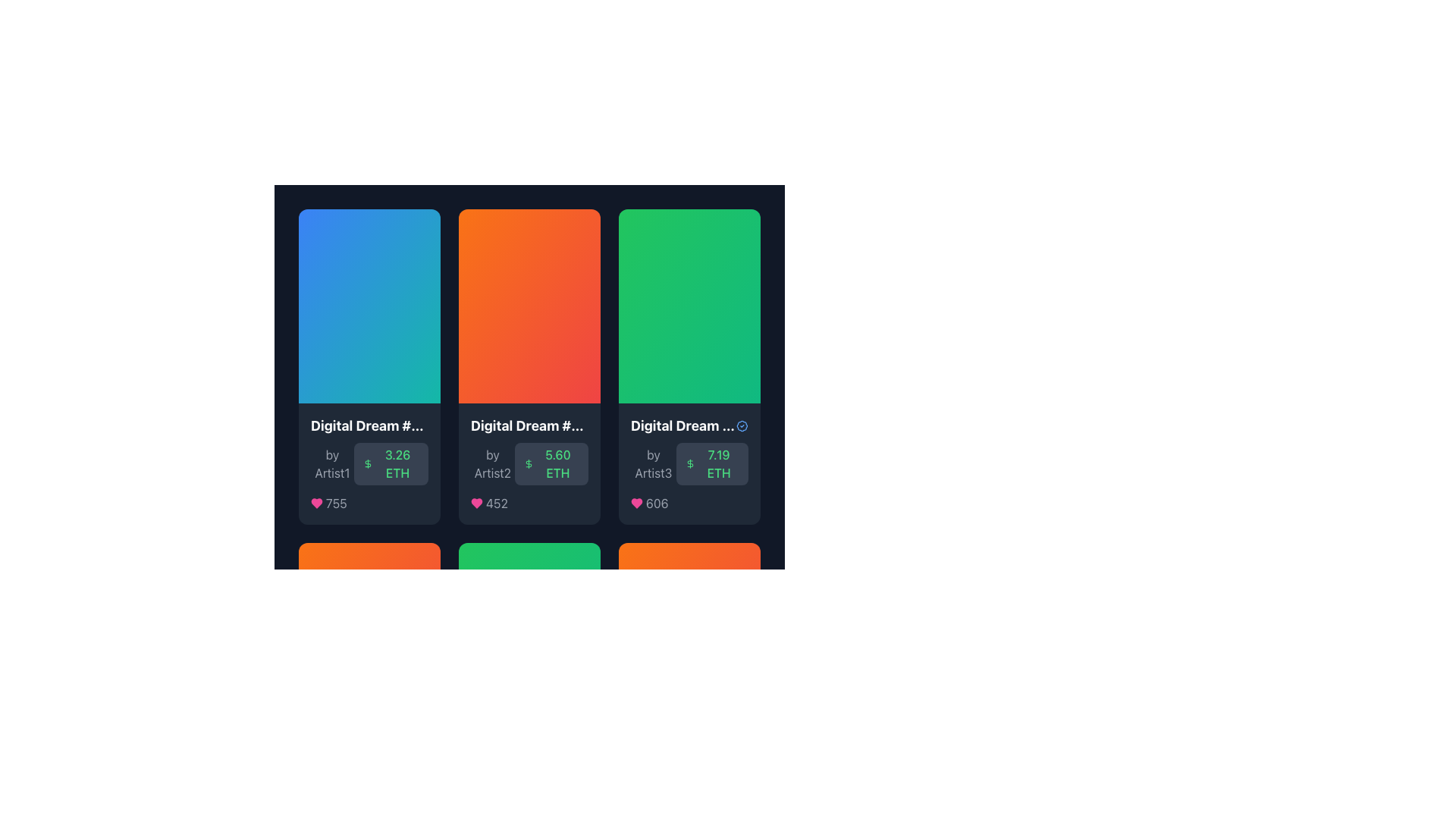 This screenshot has height=819, width=1456. What do you see at coordinates (529, 463) in the screenshot?
I see `the small green dollar sign icon associated with the numeric value '5.60 ETH' in the second item of the horizontal list of cards` at bounding box center [529, 463].